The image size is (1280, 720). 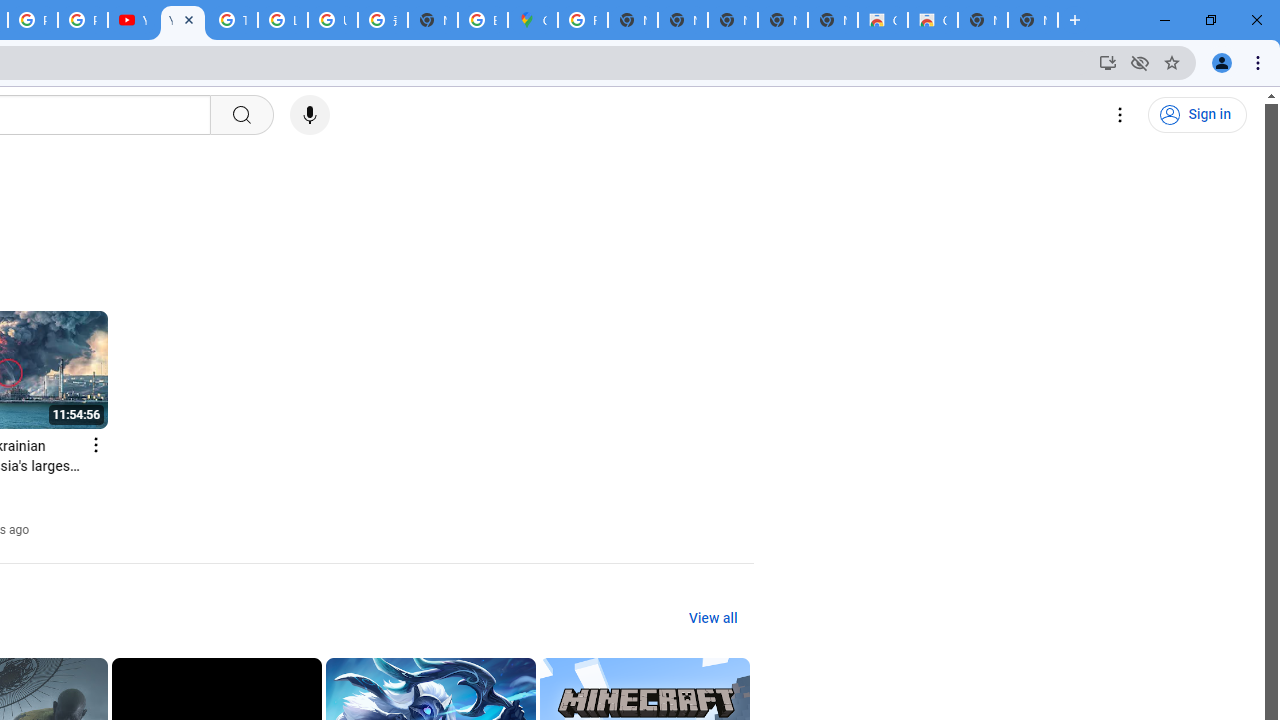 What do you see at coordinates (1106, 61) in the screenshot?
I see `'Install YouTube'` at bounding box center [1106, 61].